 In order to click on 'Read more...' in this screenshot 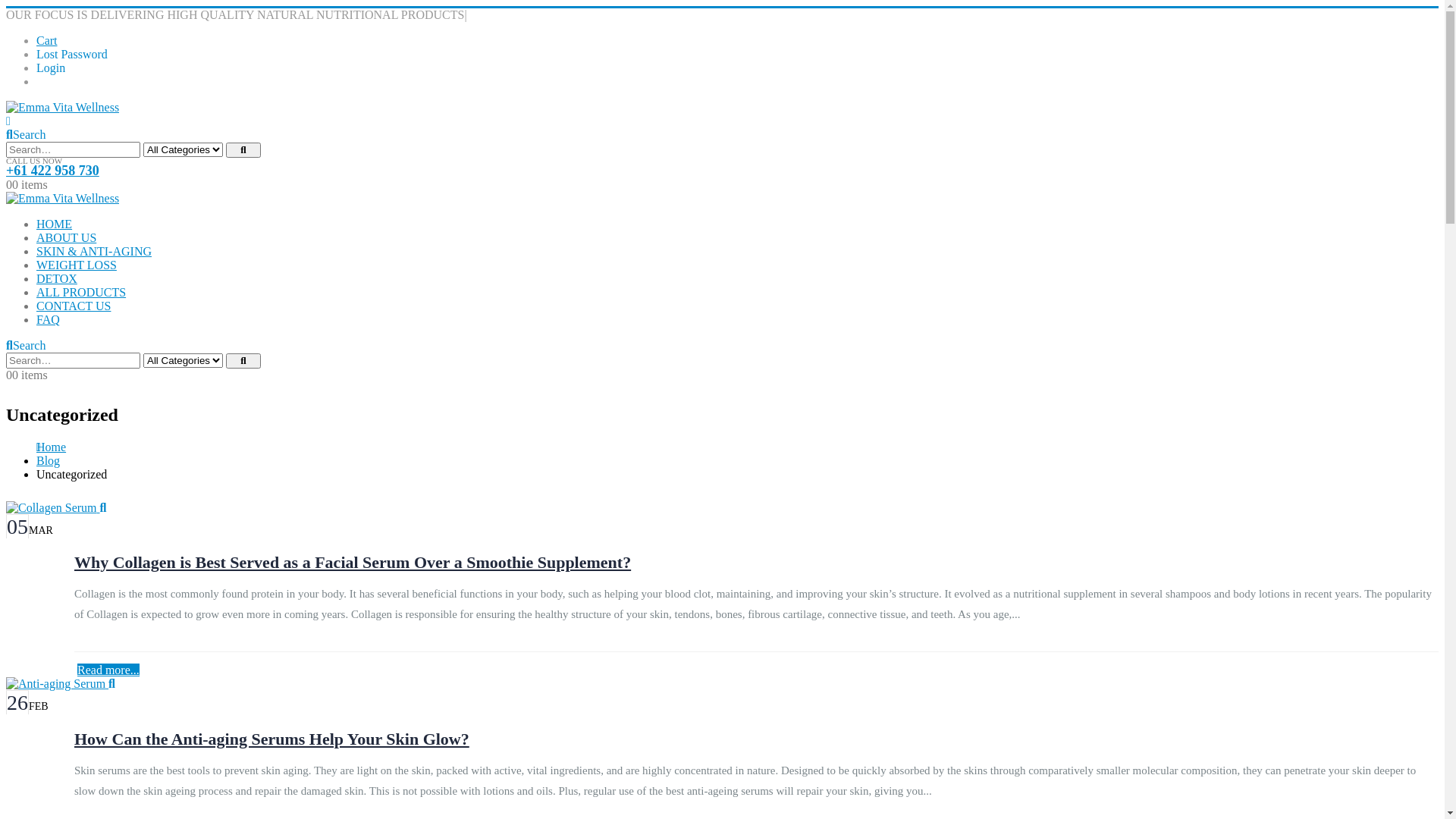, I will do `click(108, 669)`.